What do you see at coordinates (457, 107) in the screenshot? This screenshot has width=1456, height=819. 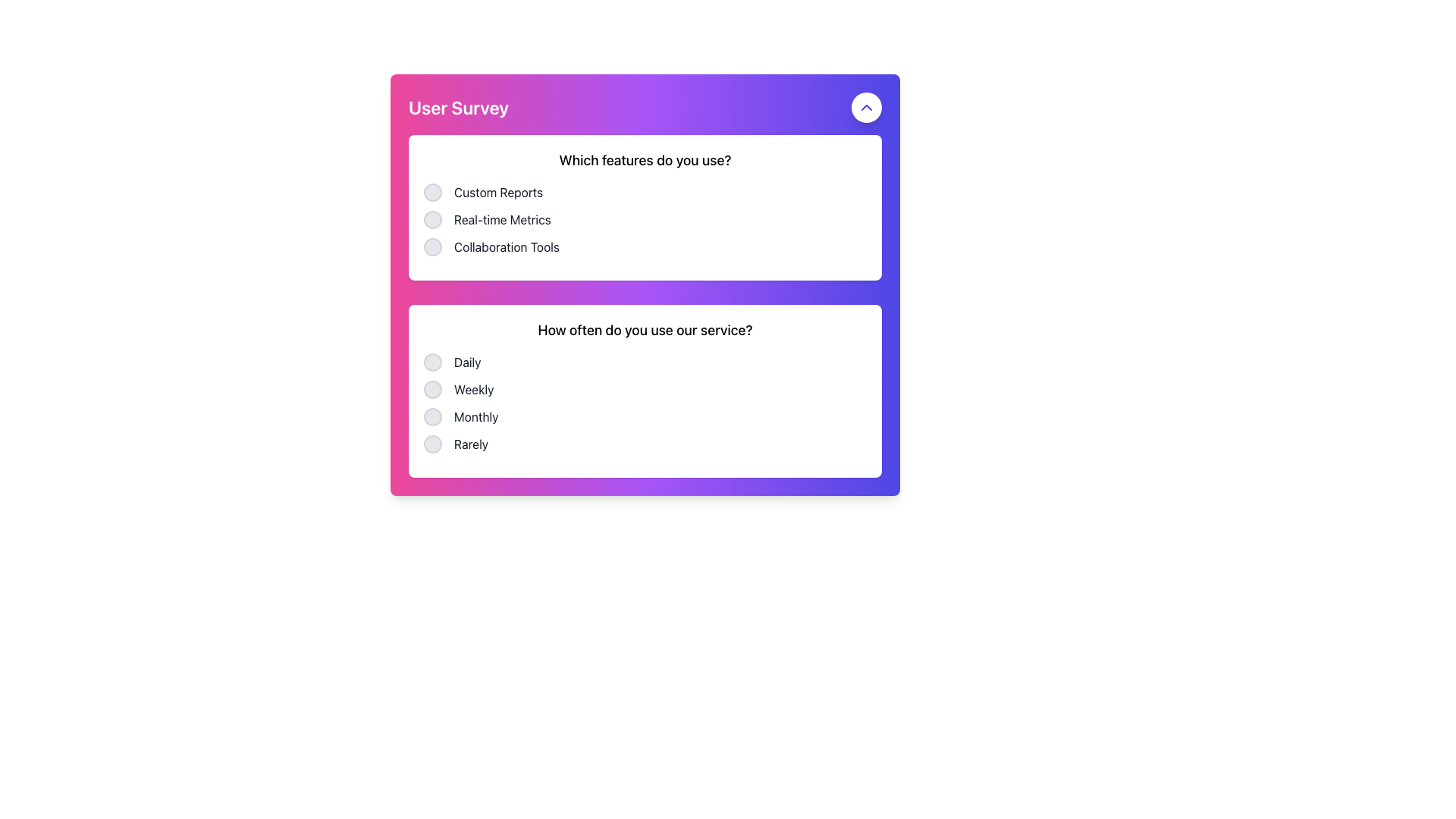 I see `the title text element at the top-left corner of the survey form for accessibility purposes` at bounding box center [457, 107].